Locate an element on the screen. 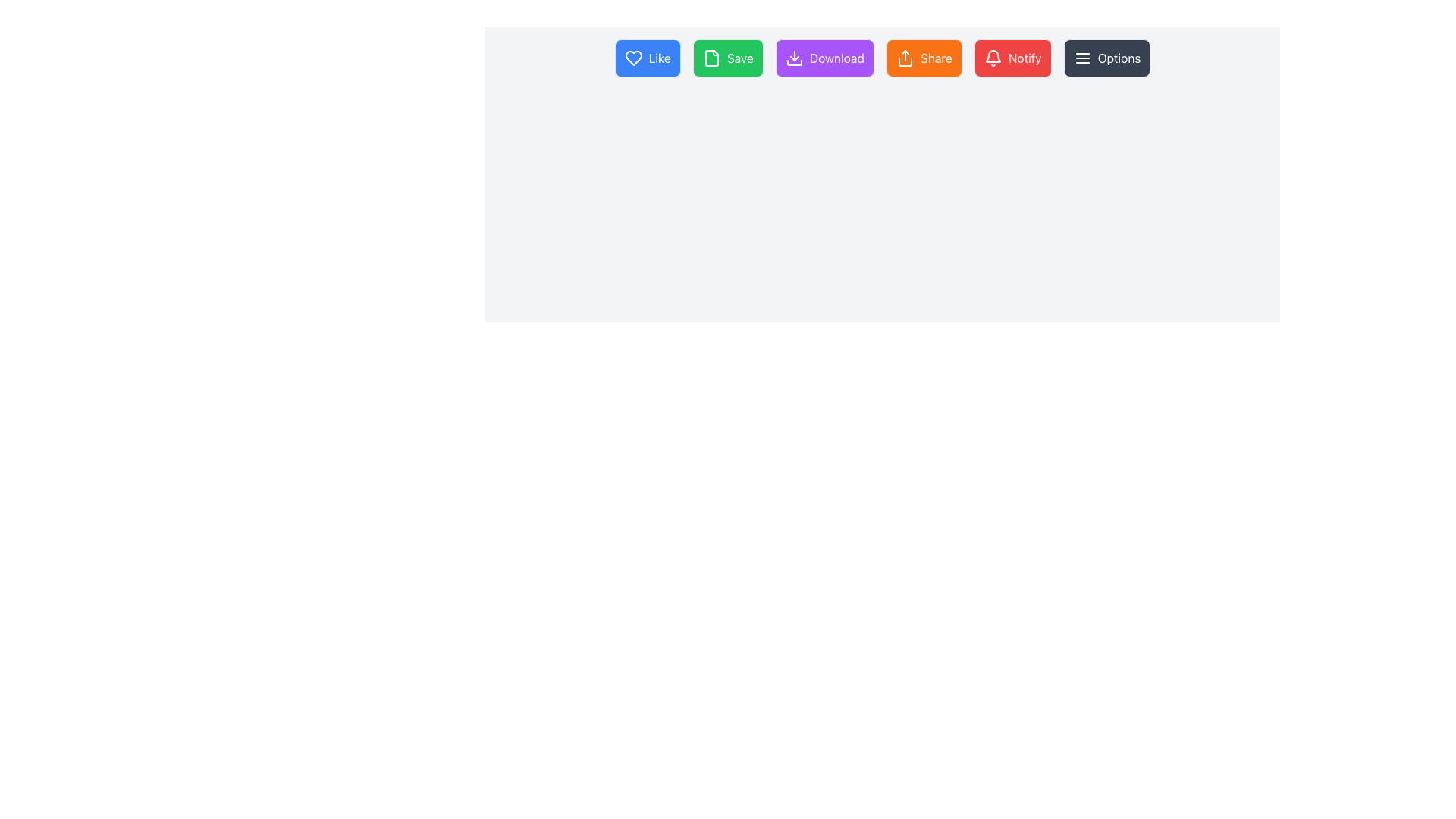 Image resolution: width=1456 pixels, height=819 pixels. the share icon, which is an upward-pointing arrow inside an orange rectangular button labeled 'Share', the fourth button from the left in a row of similar buttons is located at coordinates (905, 58).